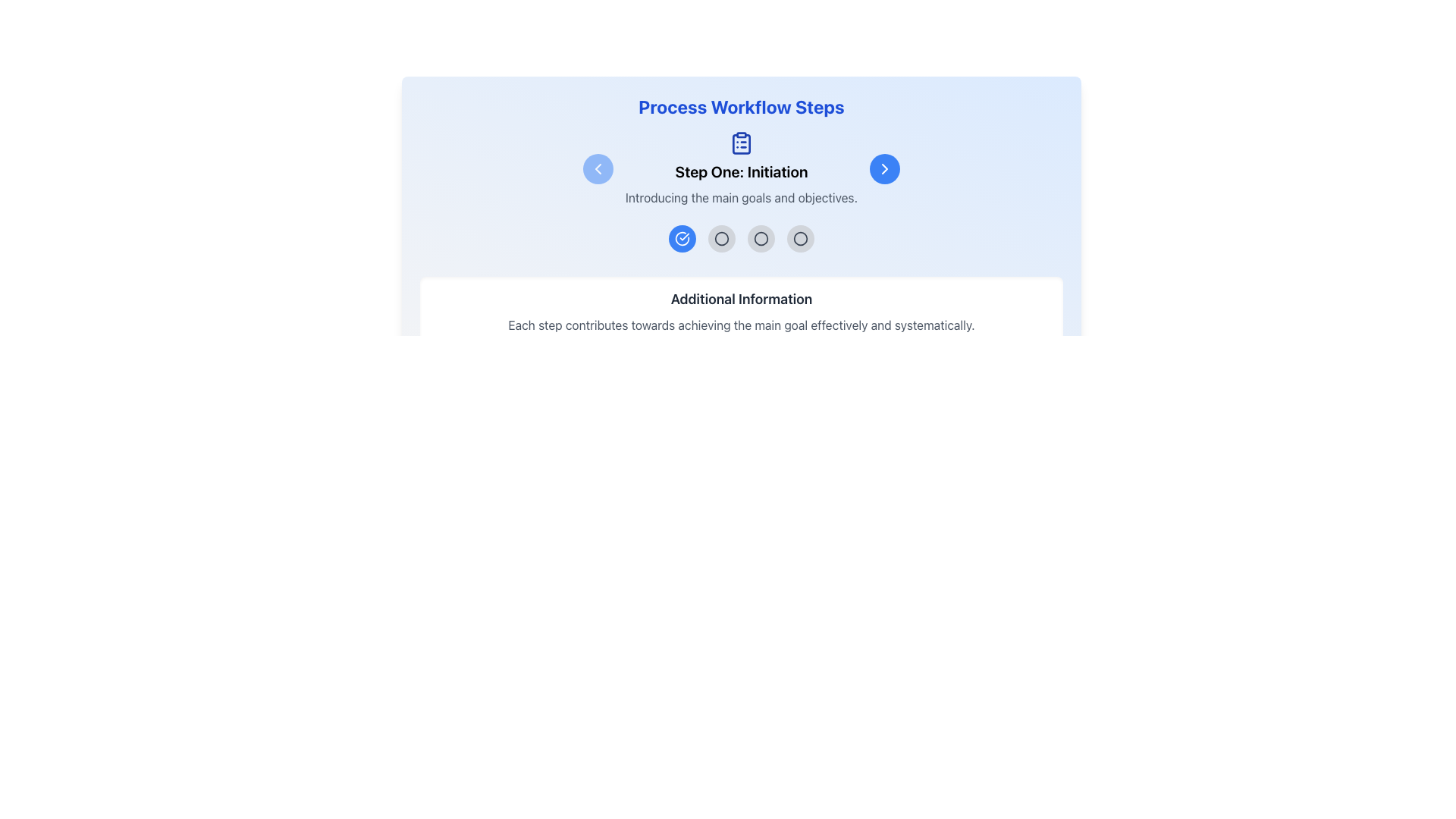 Image resolution: width=1456 pixels, height=819 pixels. Describe the element at coordinates (720, 239) in the screenshot. I see `the second button from the left in a row of four circular buttons` at that location.